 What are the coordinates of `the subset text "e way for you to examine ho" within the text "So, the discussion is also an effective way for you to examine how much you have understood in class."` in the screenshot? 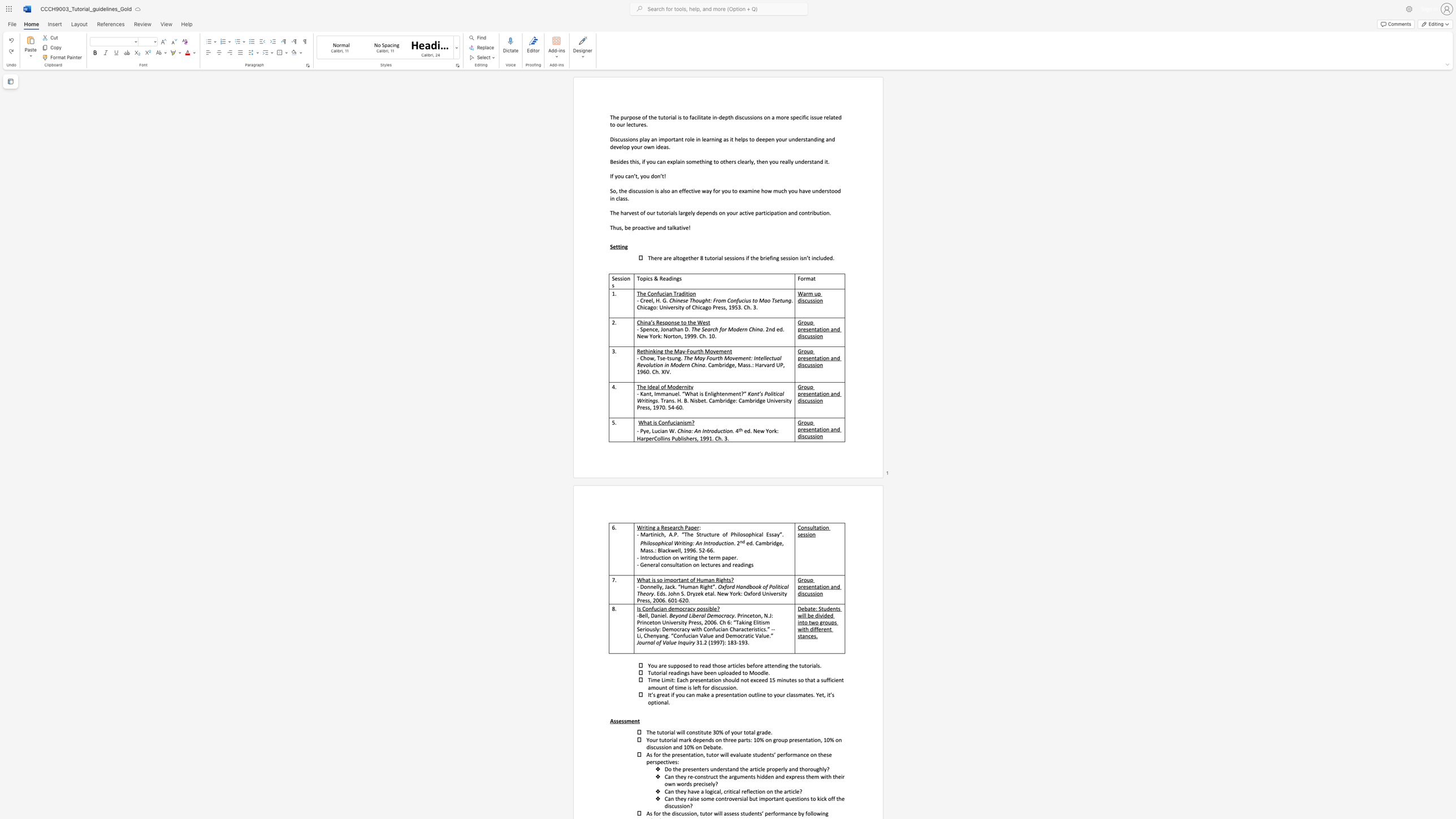 It's located at (697, 190).